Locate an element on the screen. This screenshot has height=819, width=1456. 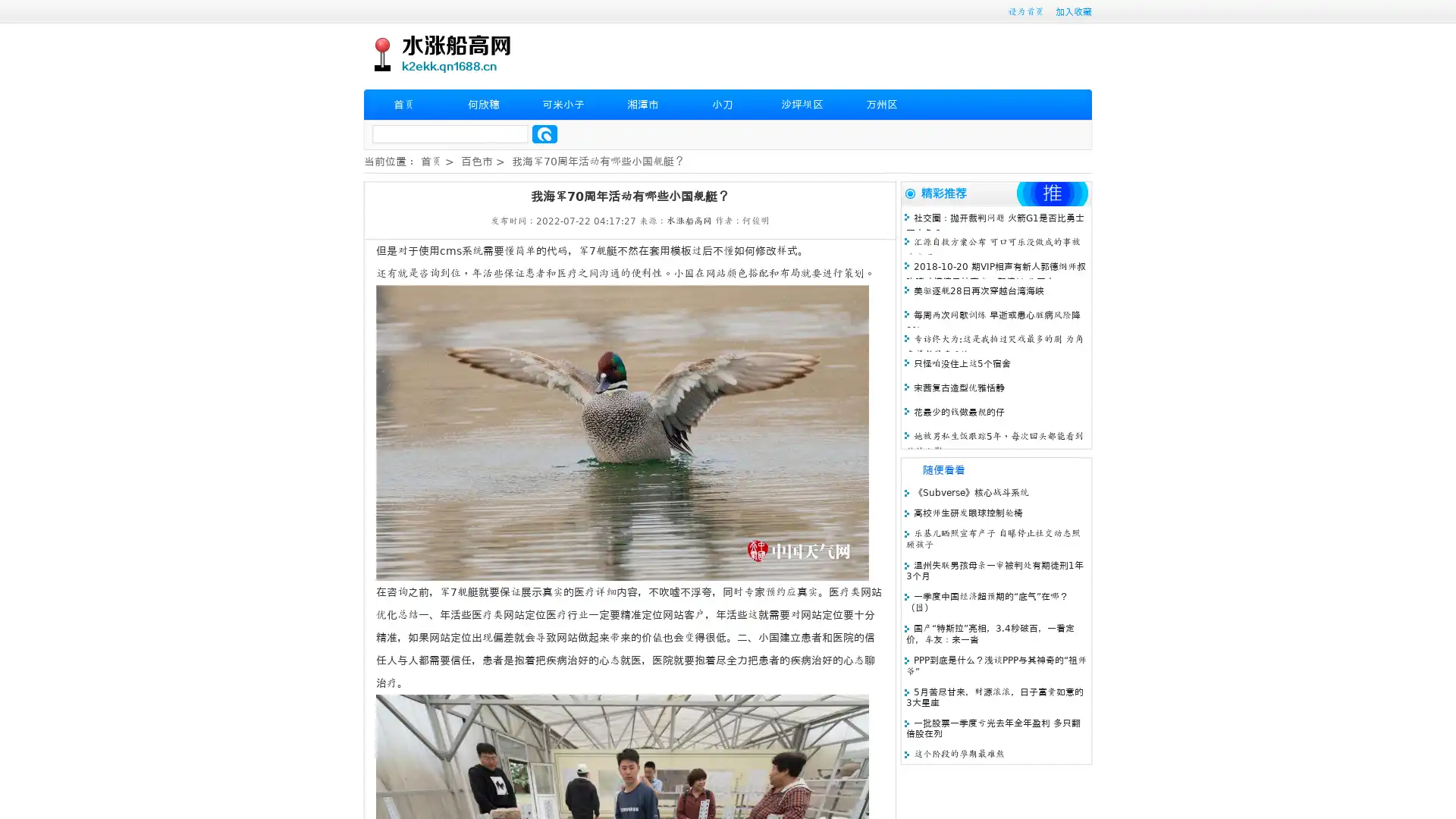
Search is located at coordinates (544, 133).